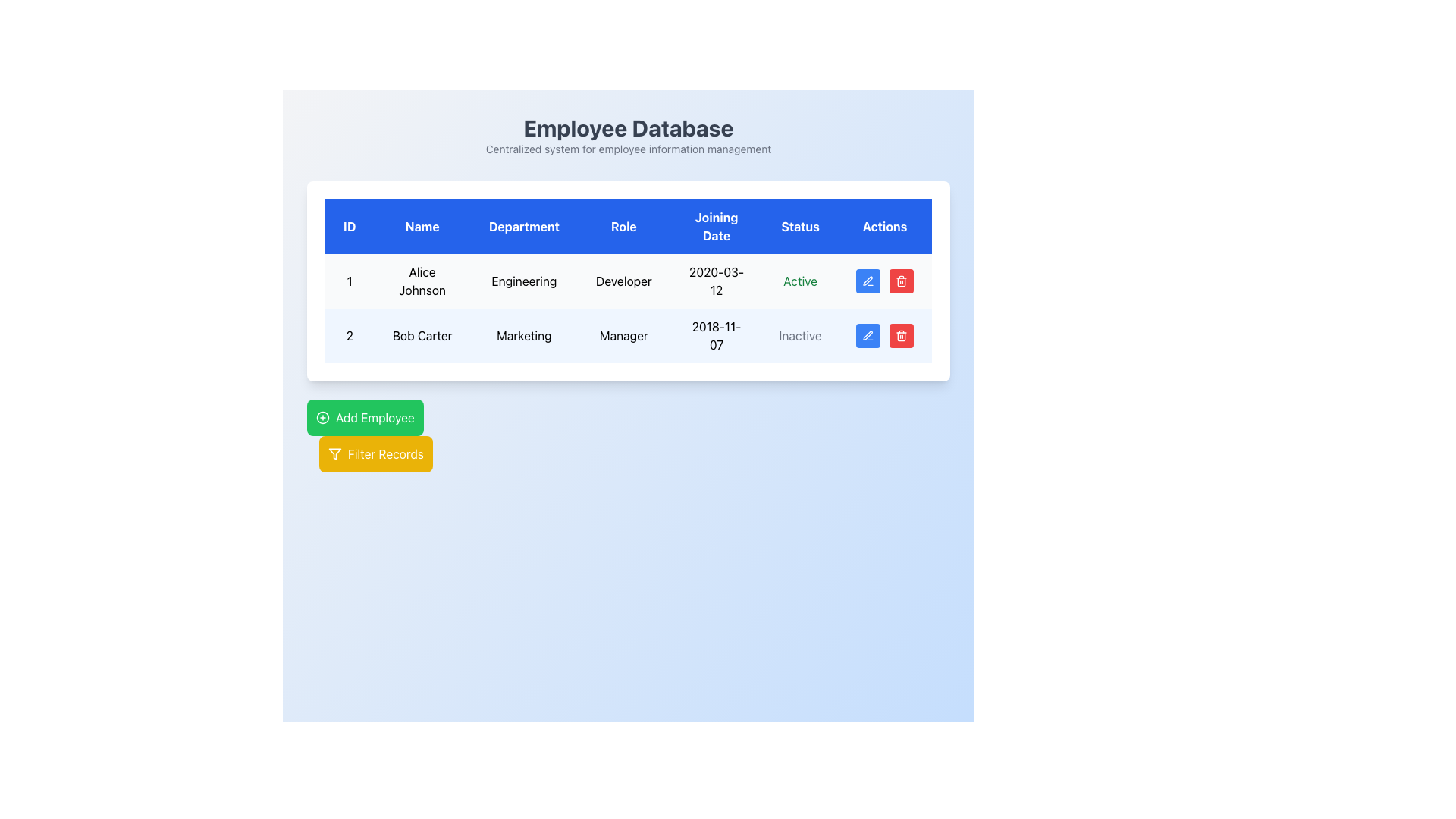  What do you see at coordinates (868, 281) in the screenshot?
I see `the IconButton representing the edit functionality for user 'Alice Johnson' located in the 'Actions' column of the user table` at bounding box center [868, 281].